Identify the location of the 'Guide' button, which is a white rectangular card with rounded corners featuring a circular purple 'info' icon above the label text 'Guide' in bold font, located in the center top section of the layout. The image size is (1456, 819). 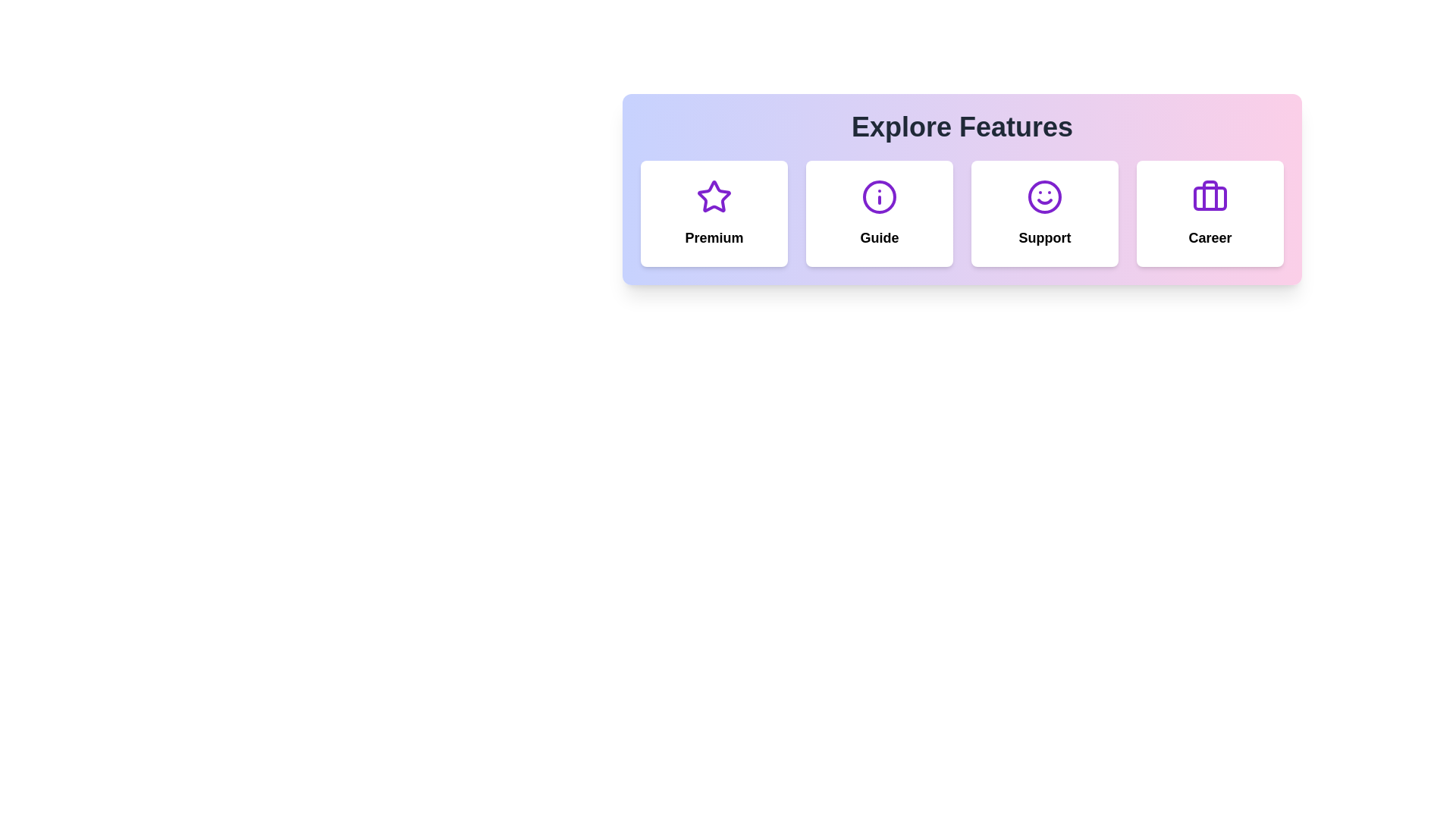
(880, 213).